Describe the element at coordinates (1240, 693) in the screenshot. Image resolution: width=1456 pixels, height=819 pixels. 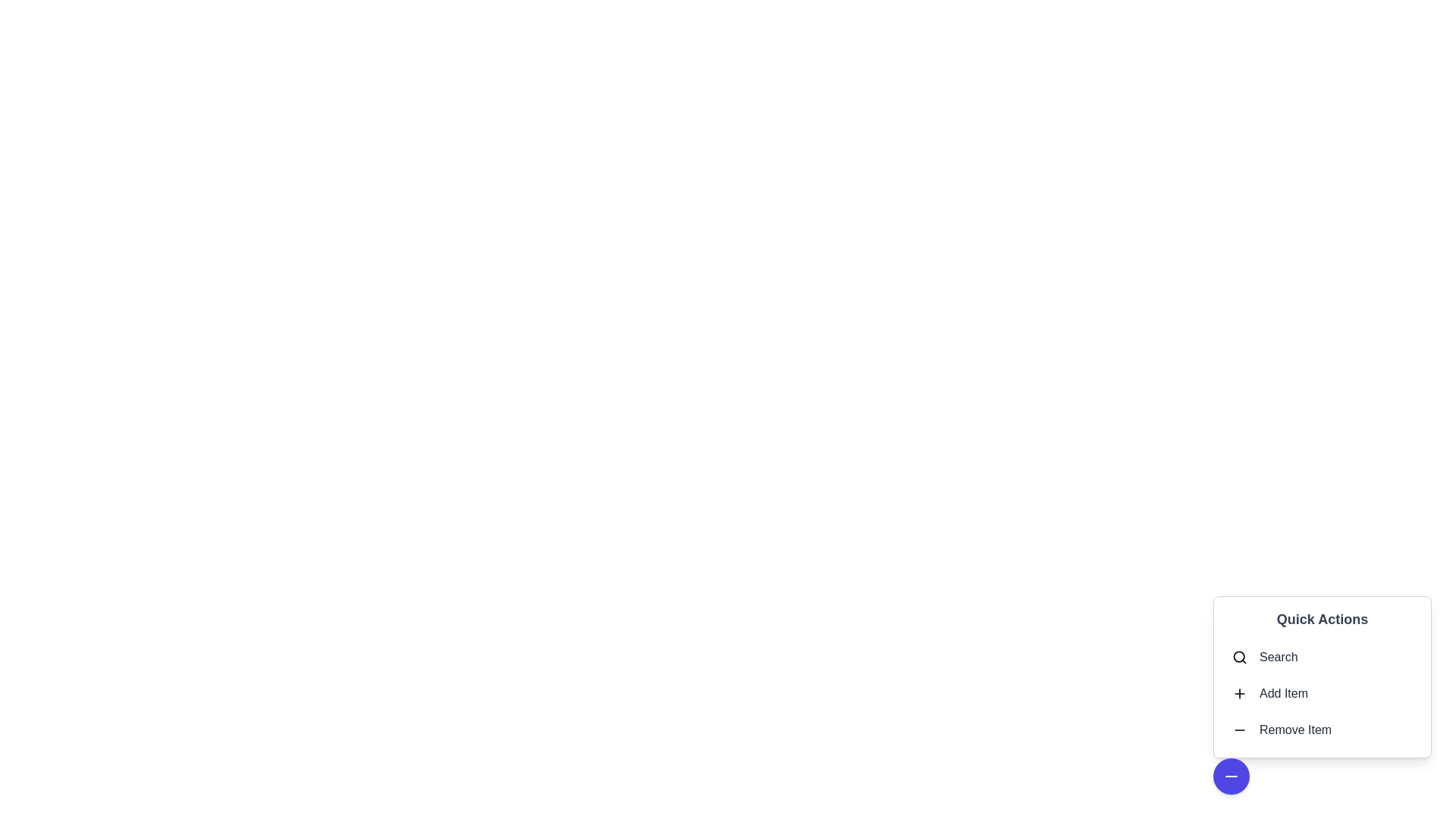
I see `the Plus symbol icon located in the 'Add Item' option within the 'Quick Actions' menu` at that location.